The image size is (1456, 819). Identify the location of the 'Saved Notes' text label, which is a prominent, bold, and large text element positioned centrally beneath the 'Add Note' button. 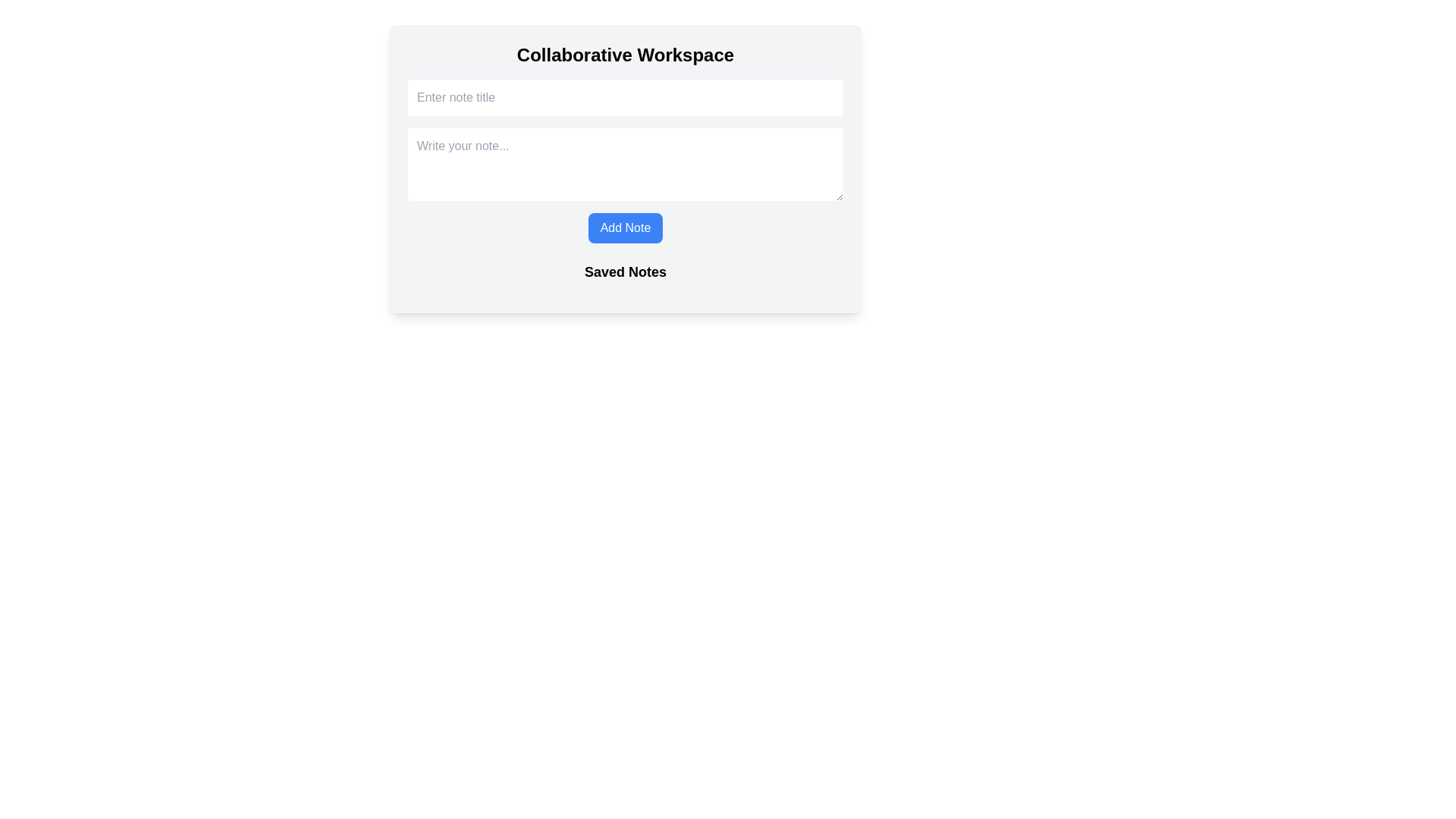
(626, 271).